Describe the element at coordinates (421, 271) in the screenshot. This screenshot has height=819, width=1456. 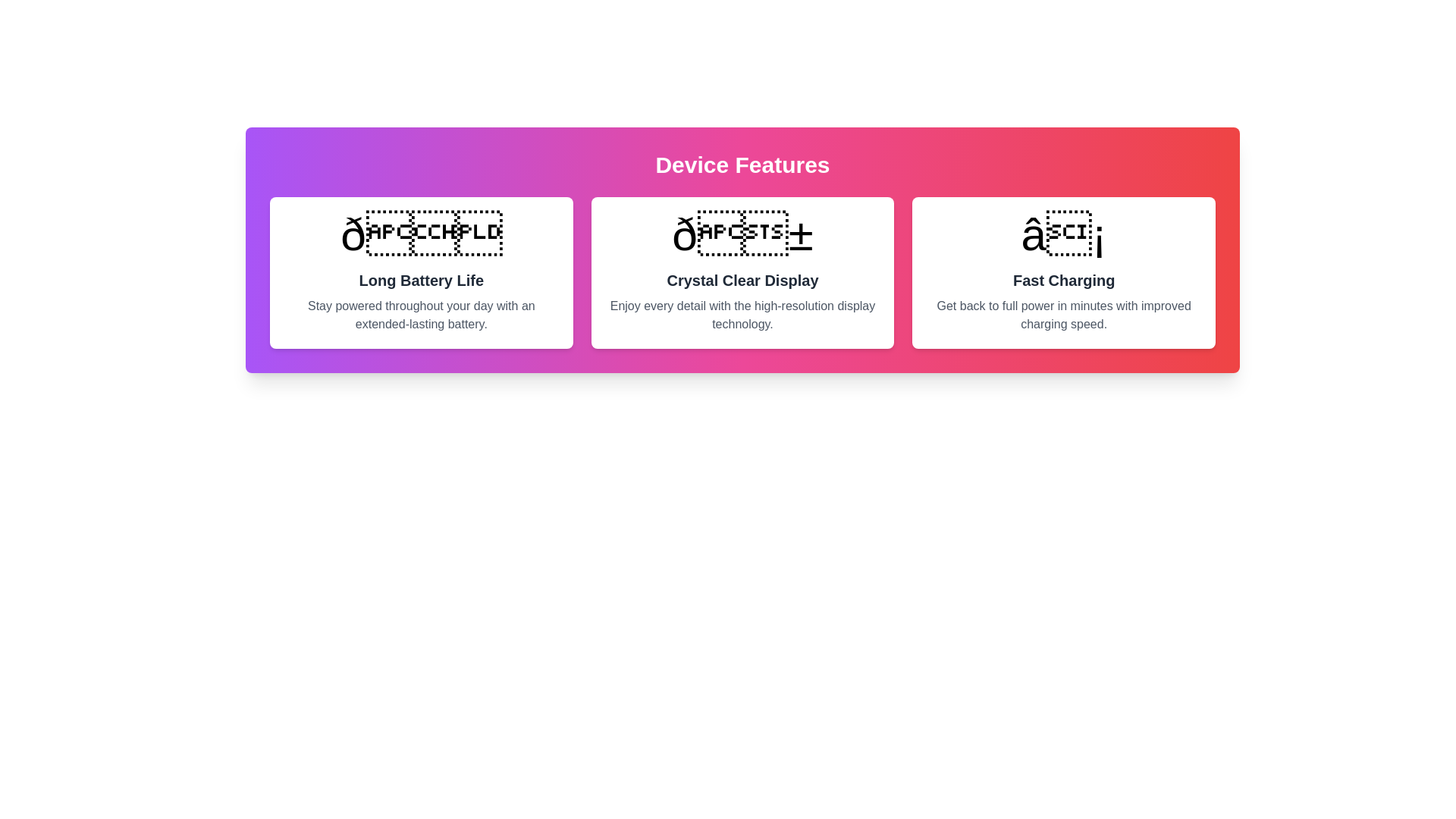
I see `the Informational Card presenting 'Long Battery Life' which is the first card in a row of three in the grid layout` at that location.